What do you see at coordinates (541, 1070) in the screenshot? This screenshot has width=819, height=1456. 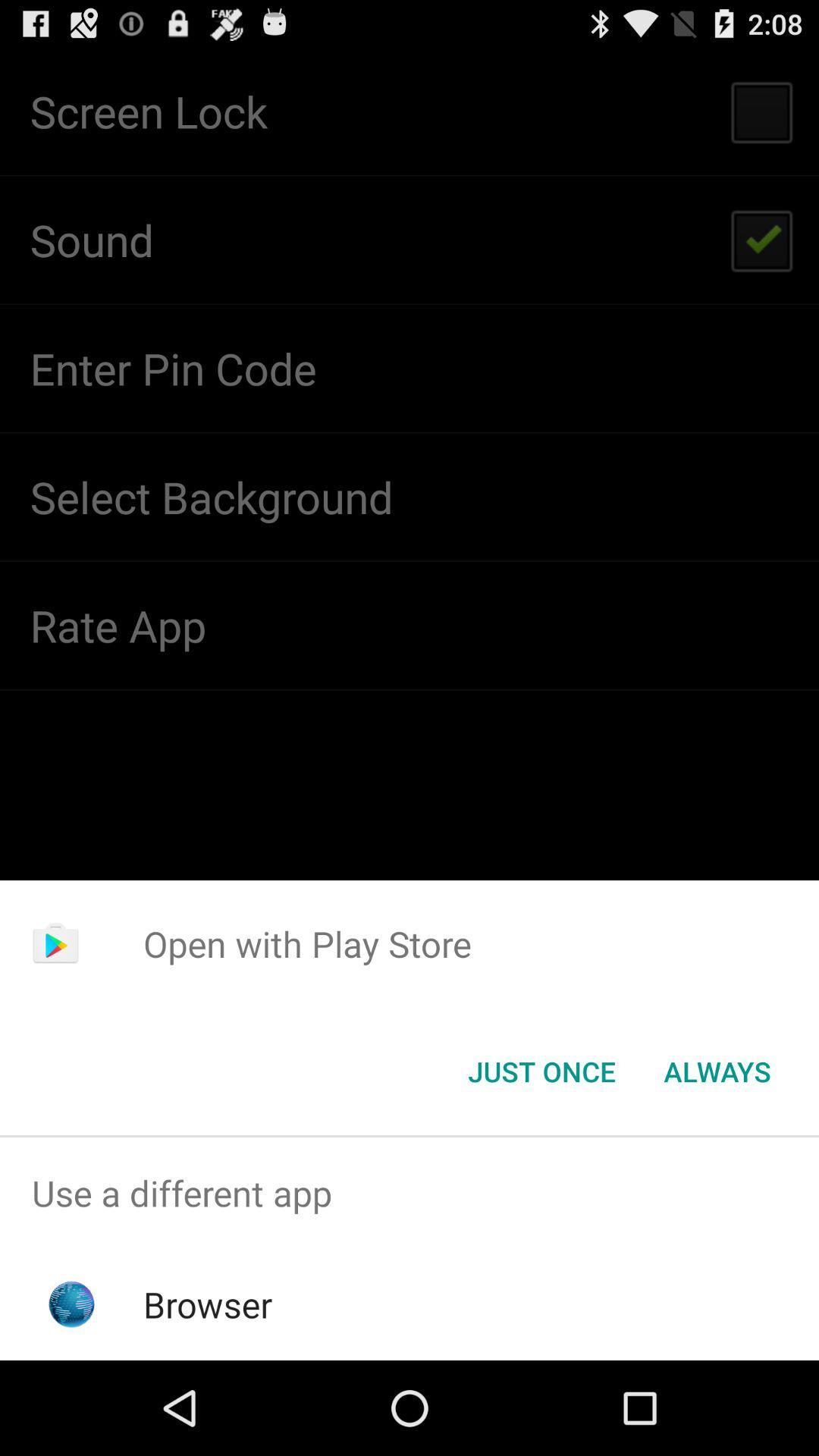 I see `icon below open with play item` at bounding box center [541, 1070].